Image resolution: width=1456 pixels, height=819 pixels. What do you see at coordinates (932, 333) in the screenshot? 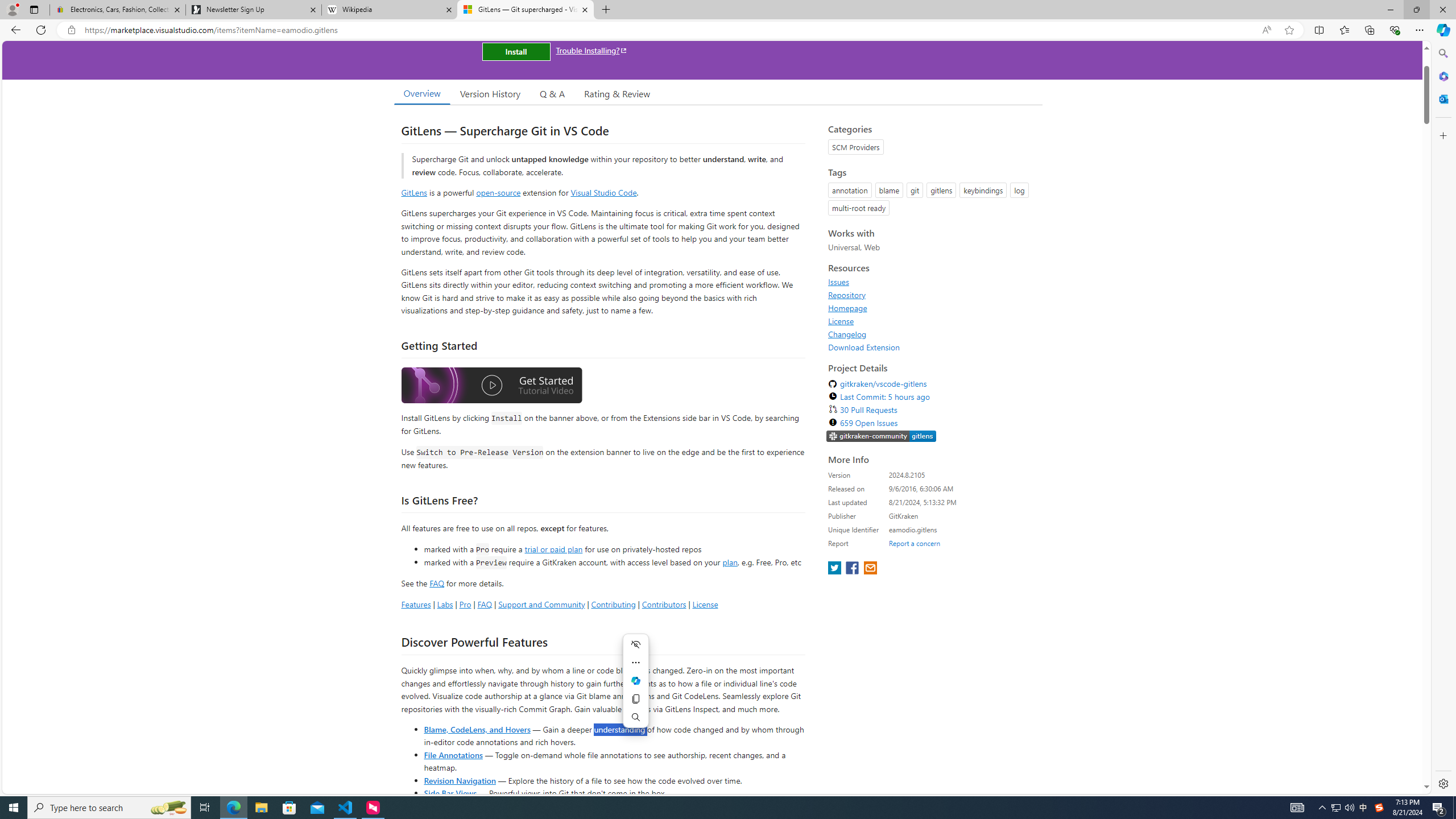
I see `'Changelog'` at bounding box center [932, 333].